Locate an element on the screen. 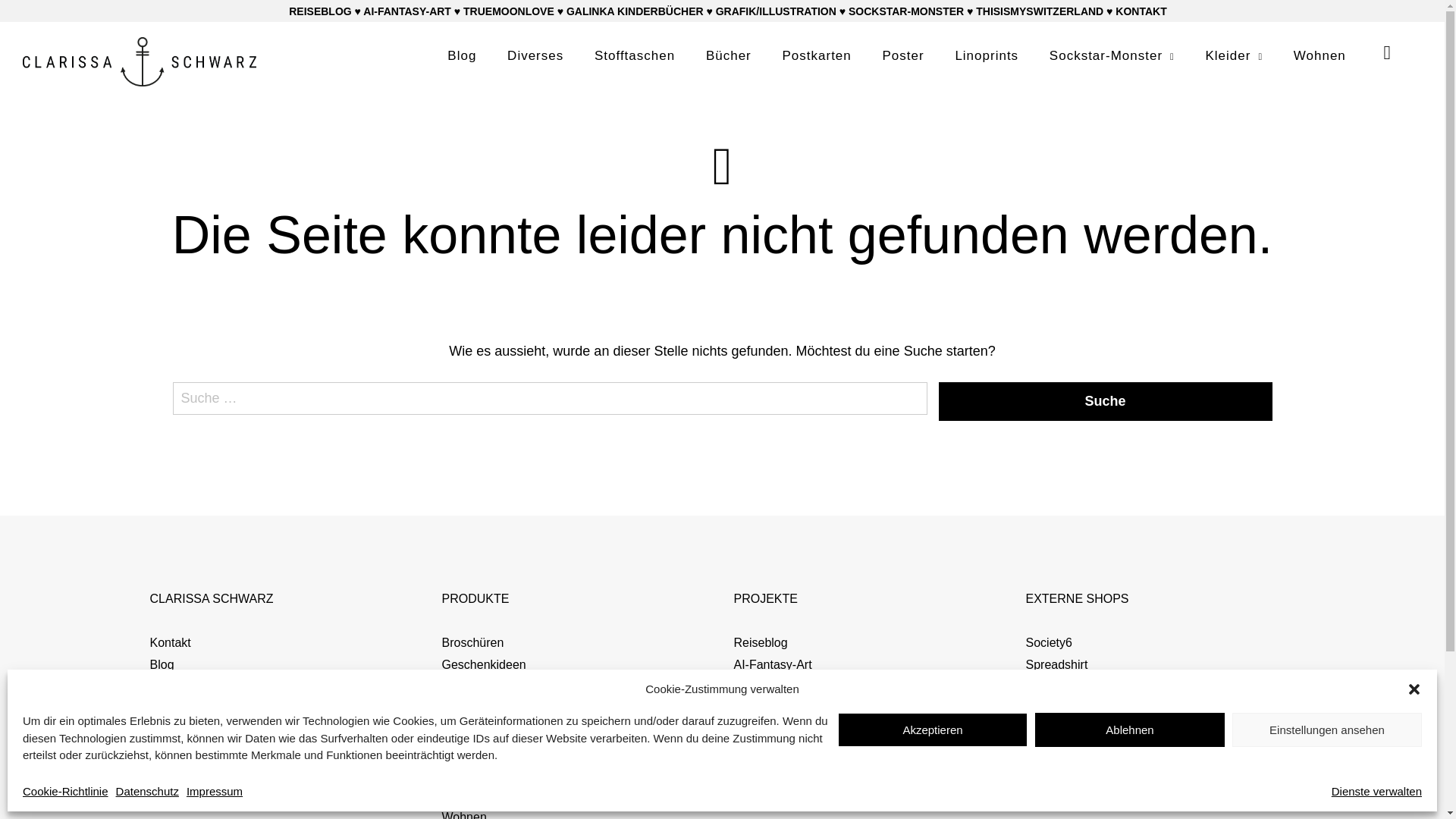 This screenshot has width=1456, height=819. 'Geschenkideen' is located at coordinates (482, 664).